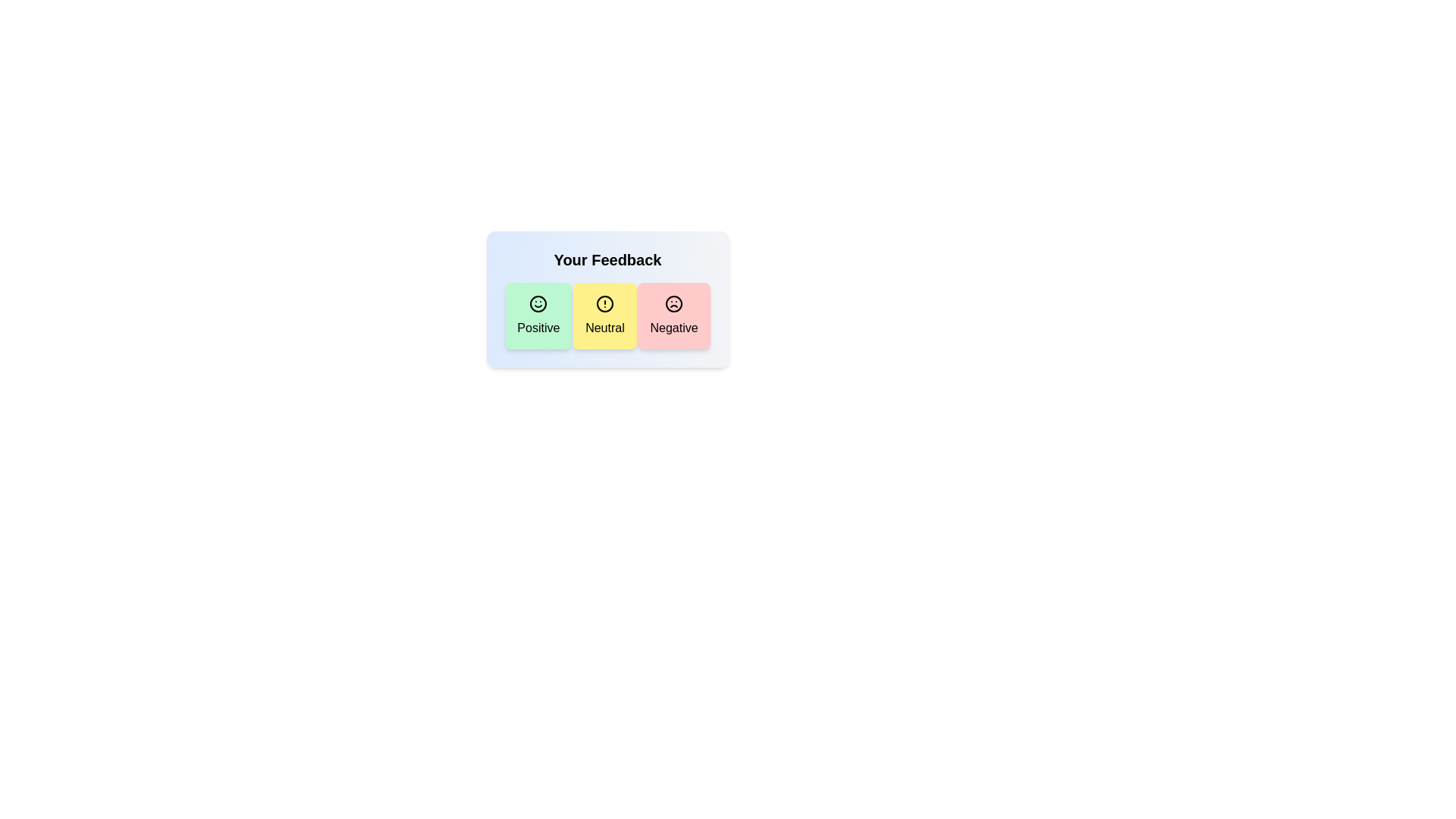 The image size is (1456, 819). Describe the element at coordinates (538, 304) in the screenshot. I see `the positive feedback icon located above the text label 'Positive' in the feedback selection interface` at that location.